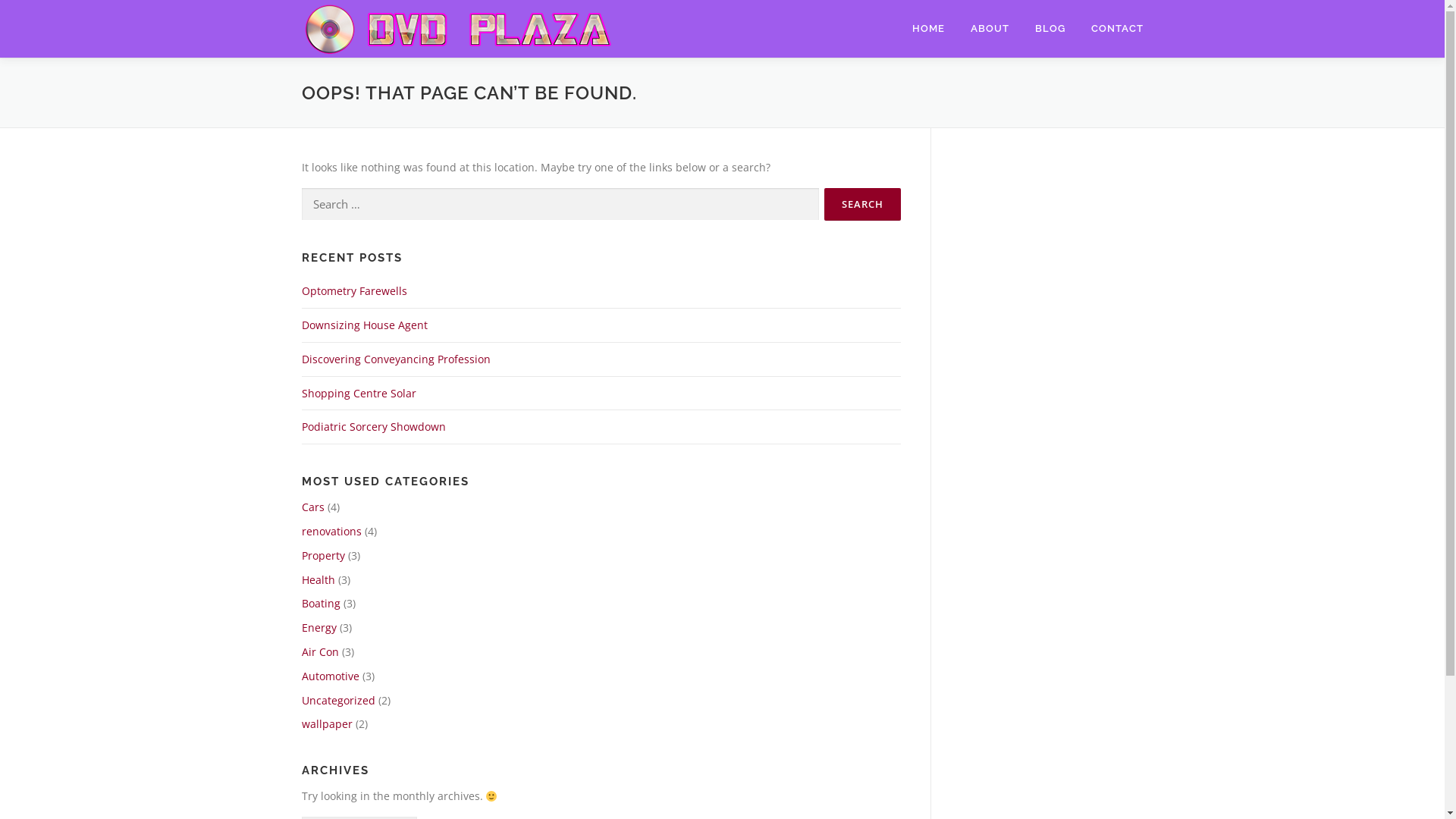  I want to click on 'Uncategorized', so click(302, 700).